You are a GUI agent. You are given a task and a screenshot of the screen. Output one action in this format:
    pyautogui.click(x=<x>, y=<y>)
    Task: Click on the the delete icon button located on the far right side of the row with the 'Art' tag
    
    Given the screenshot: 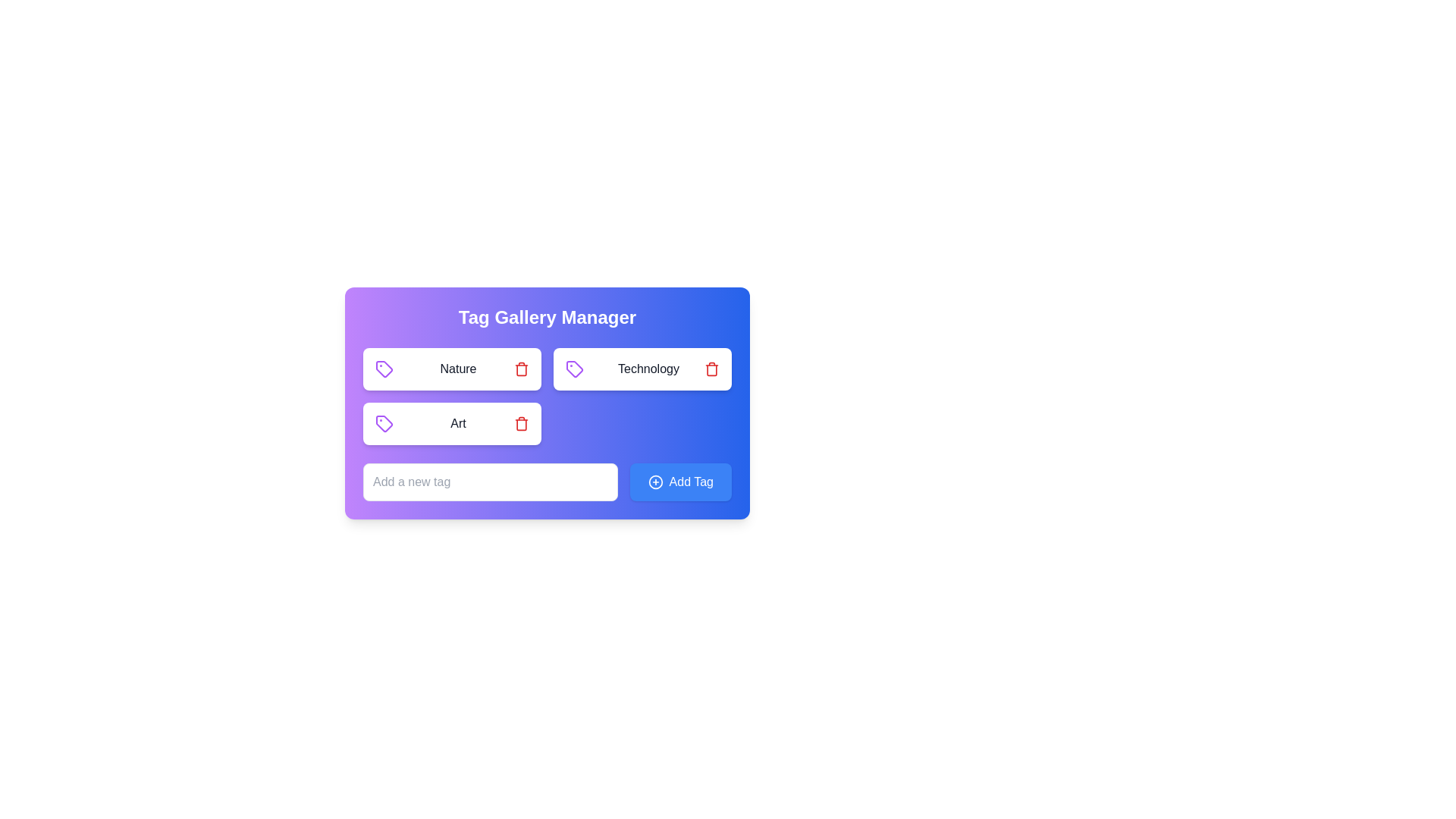 What is the action you would take?
    pyautogui.click(x=521, y=424)
    